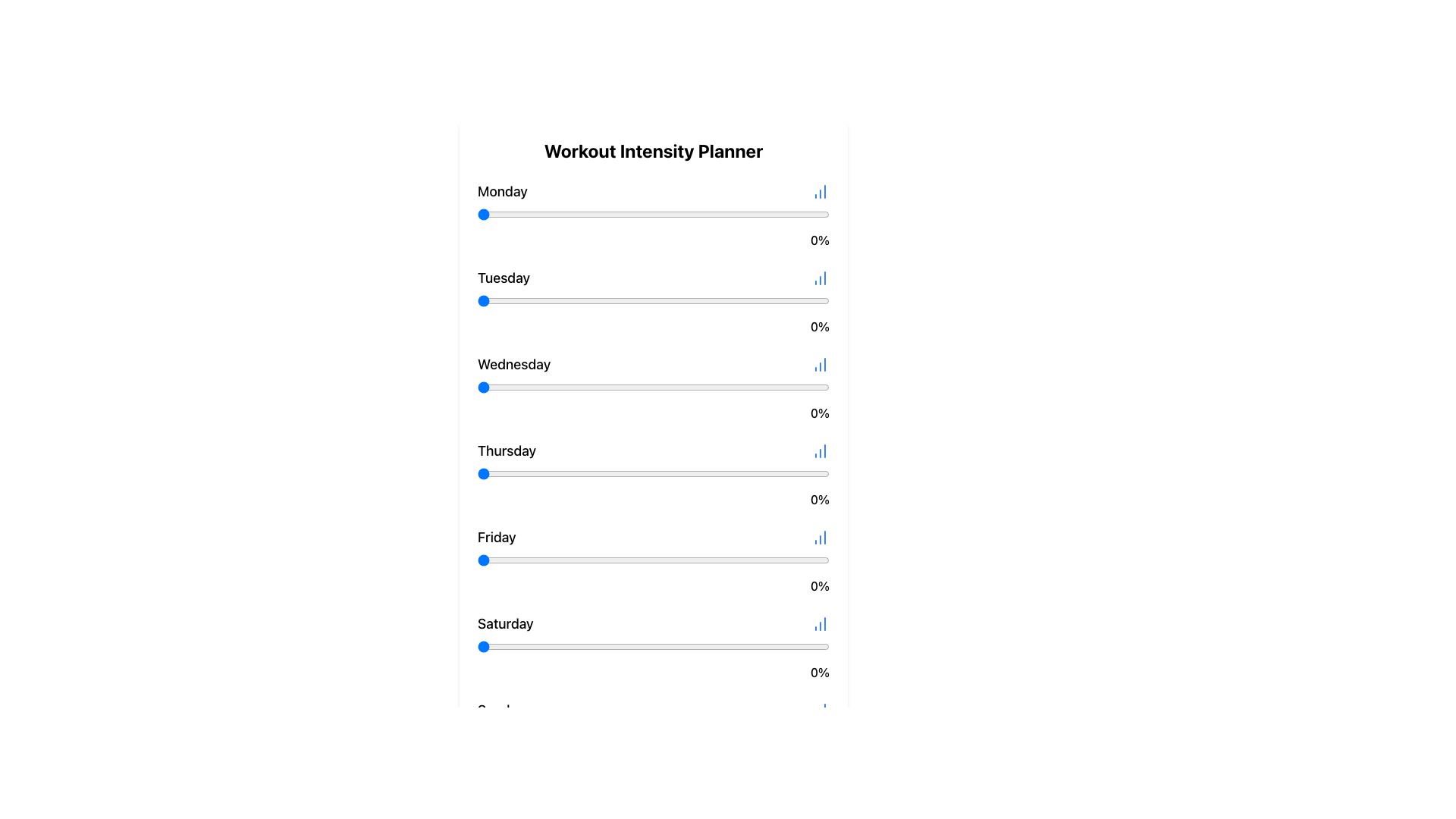 The height and width of the screenshot is (819, 1456). Describe the element at coordinates (819, 278) in the screenshot. I see `the bar chart icon with three blue bars located in the 'Workout Intensity Planner' interface, positioned to the far right of the 'Tuesday' label` at that location.